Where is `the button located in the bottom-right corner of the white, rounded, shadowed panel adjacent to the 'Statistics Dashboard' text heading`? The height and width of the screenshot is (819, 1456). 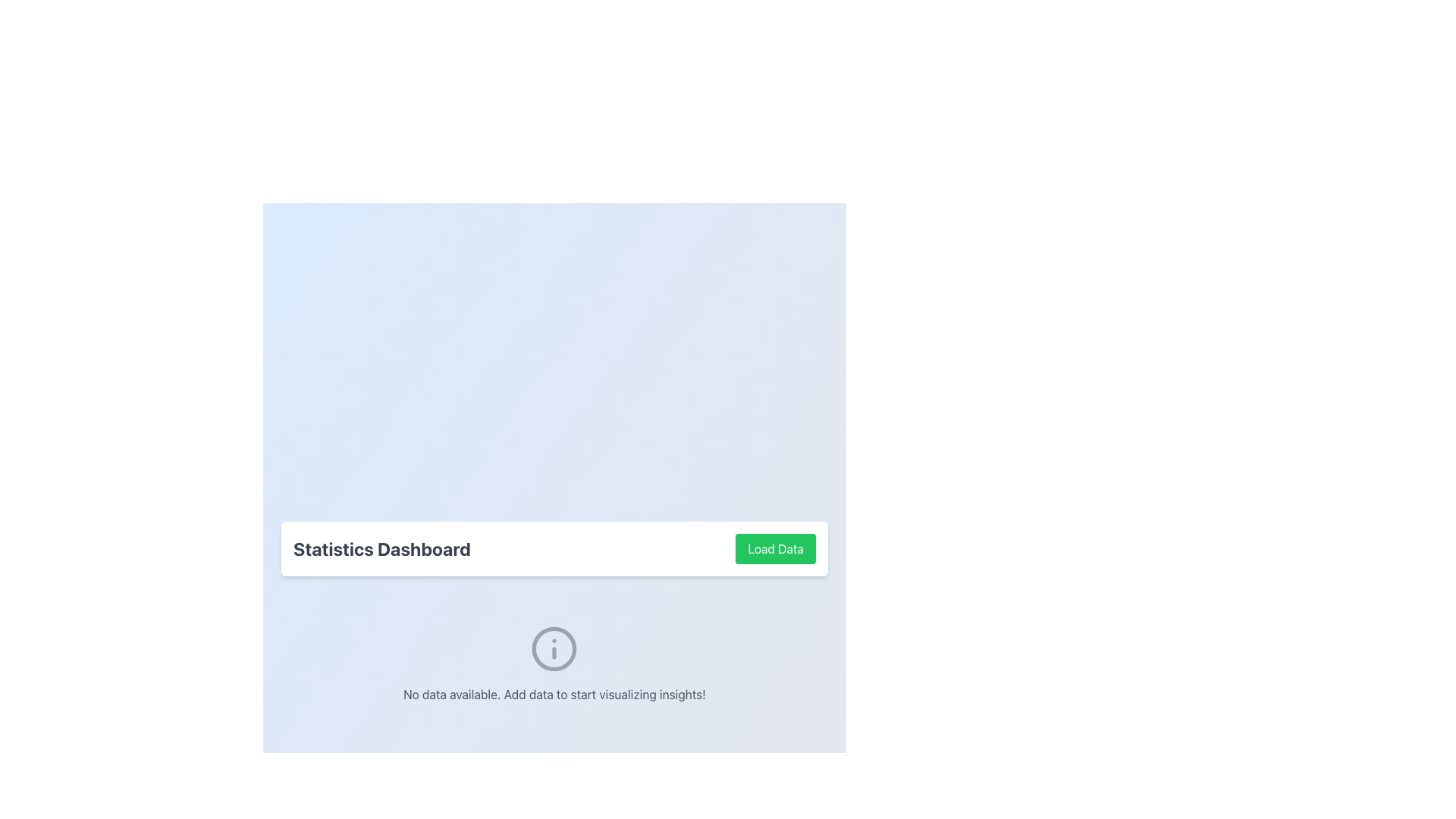
the button located in the bottom-right corner of the white, rounded, shadowed panel adjacent to the 'Statistics Dashboard' text heading is located at coordinates (776, 549).